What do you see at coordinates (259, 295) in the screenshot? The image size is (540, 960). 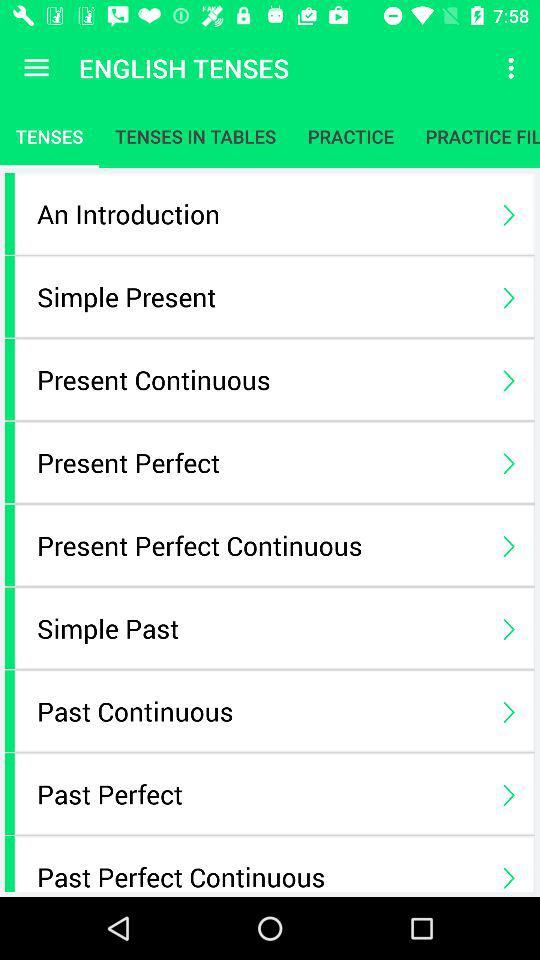 I see `the icon above the present continuous` at bounding box center [259, 295].